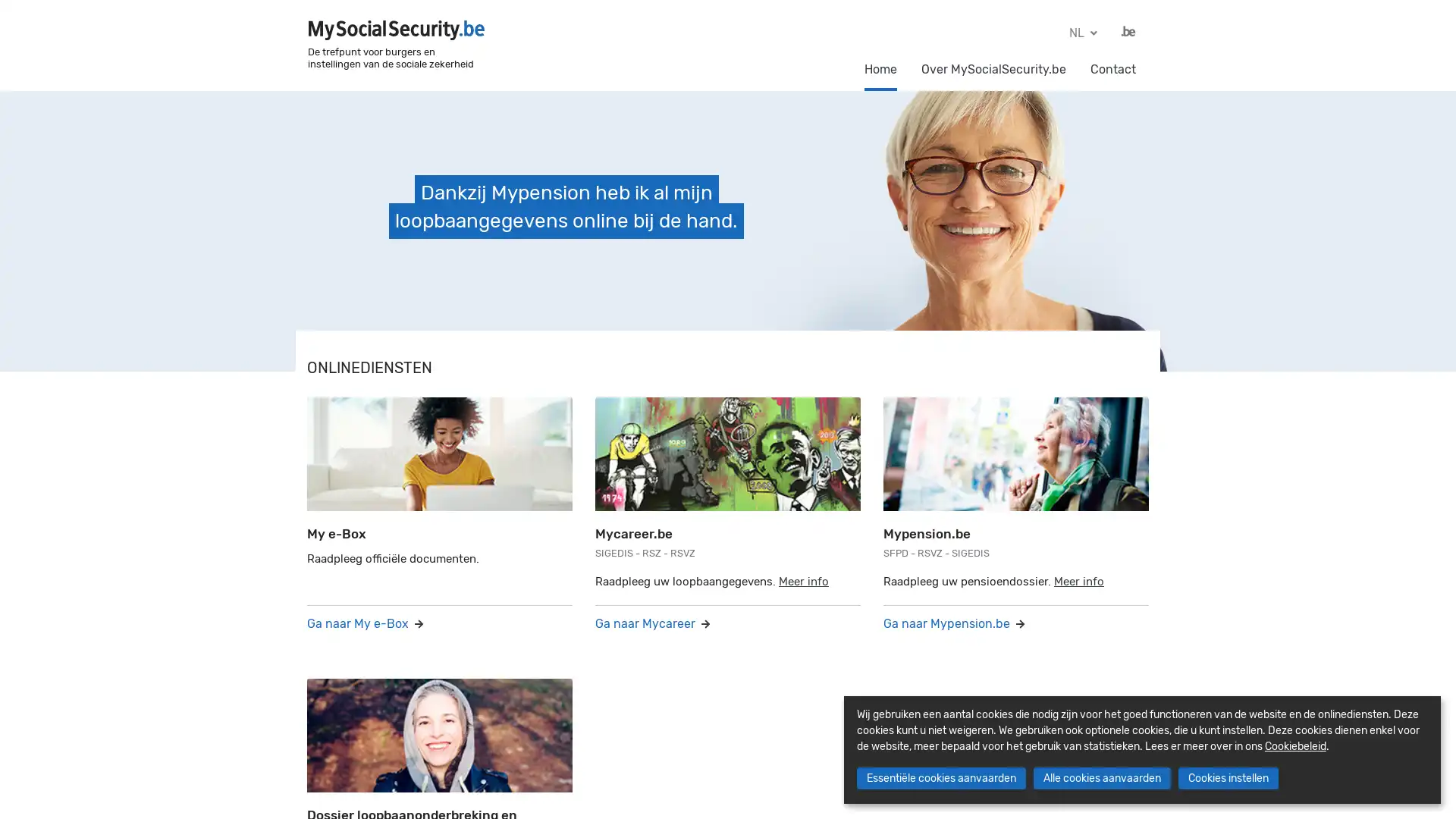 The width and height of the screenshot is (1456, 819). What do you see at coordinates (940, 778) in the screenshot?
I see `Essentiele cookies aanvaarden` at bounding box center [940, 778].